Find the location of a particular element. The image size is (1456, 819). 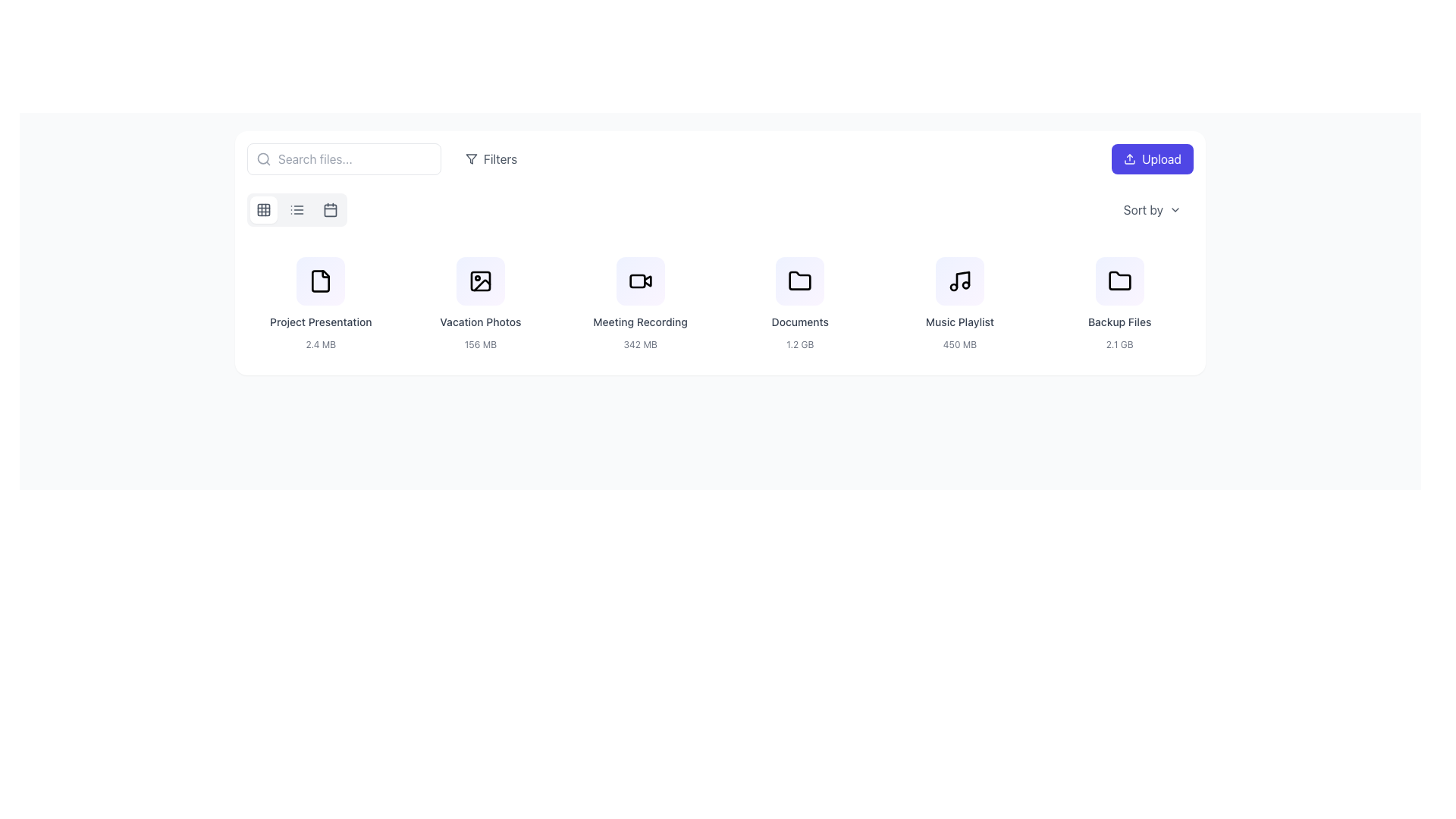

the gray magnifying glass icon located at the leftmost side of the search bar is located at coordinates (263, 158).